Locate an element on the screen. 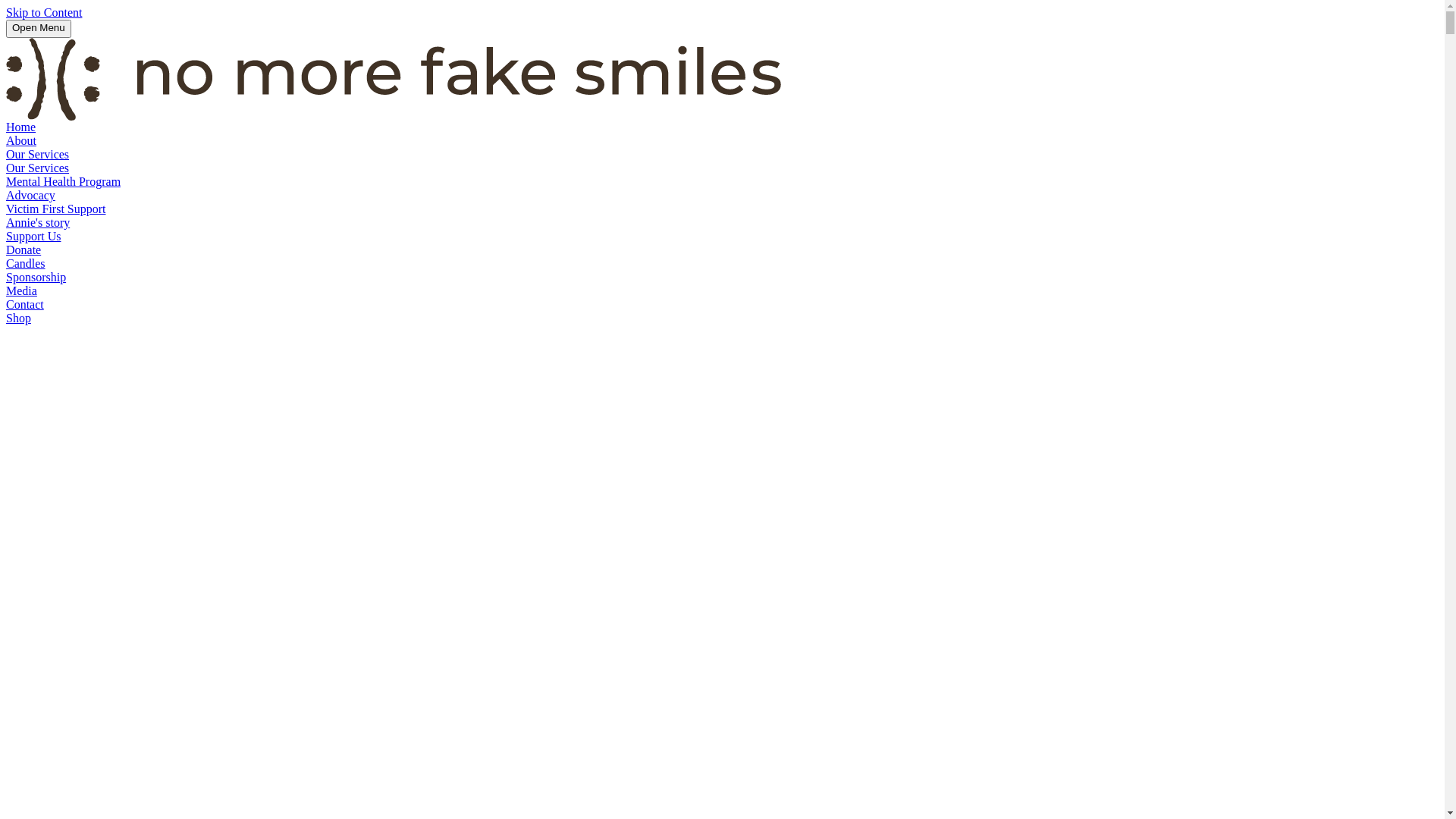 This screenshot has height=819, width=1456. 'Annie's story' is located at coordinates (6, 222).